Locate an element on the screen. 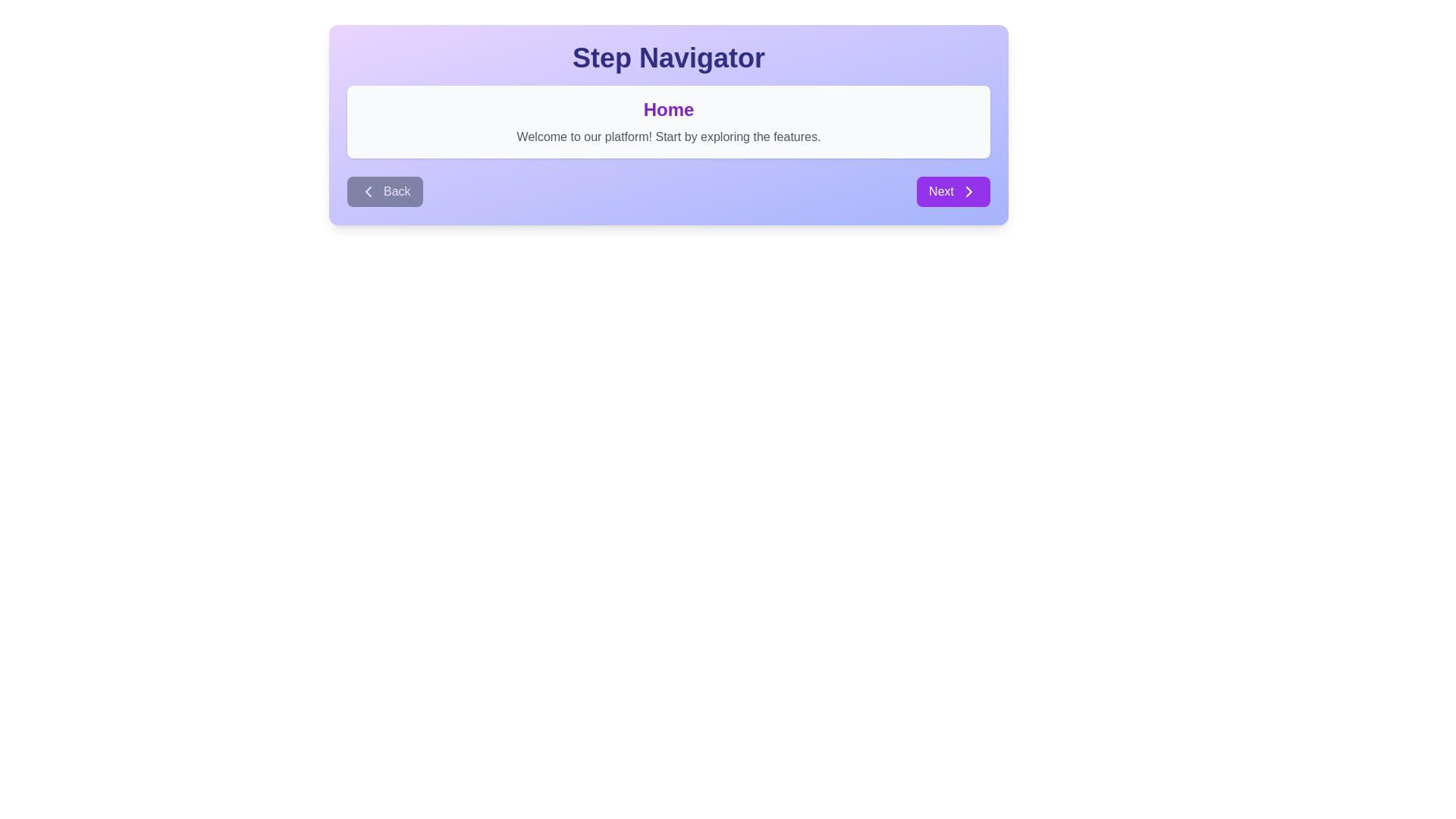  the 'Back' button with a left-facing arrow icon is located at coordinates (384, 191).